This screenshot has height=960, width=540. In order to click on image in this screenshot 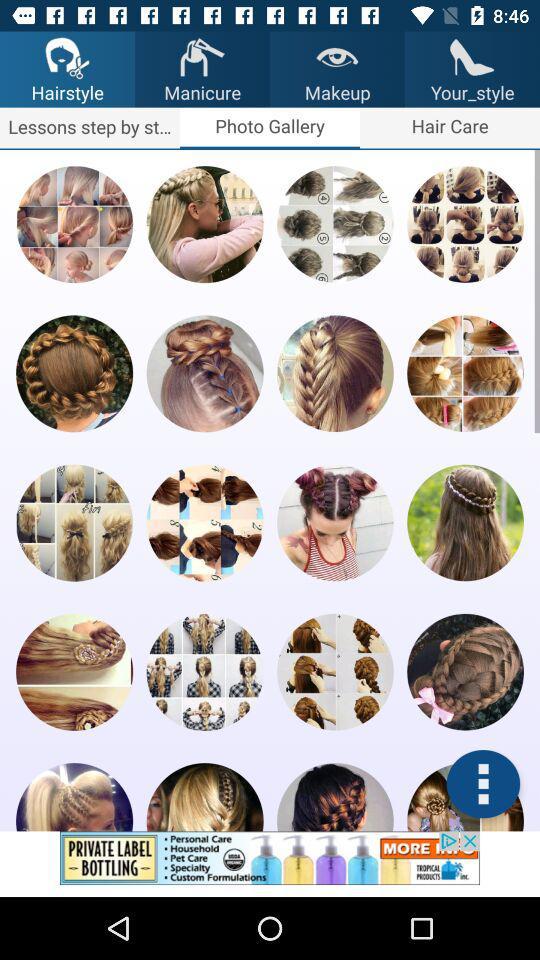, I will do `click(465, 672)`.